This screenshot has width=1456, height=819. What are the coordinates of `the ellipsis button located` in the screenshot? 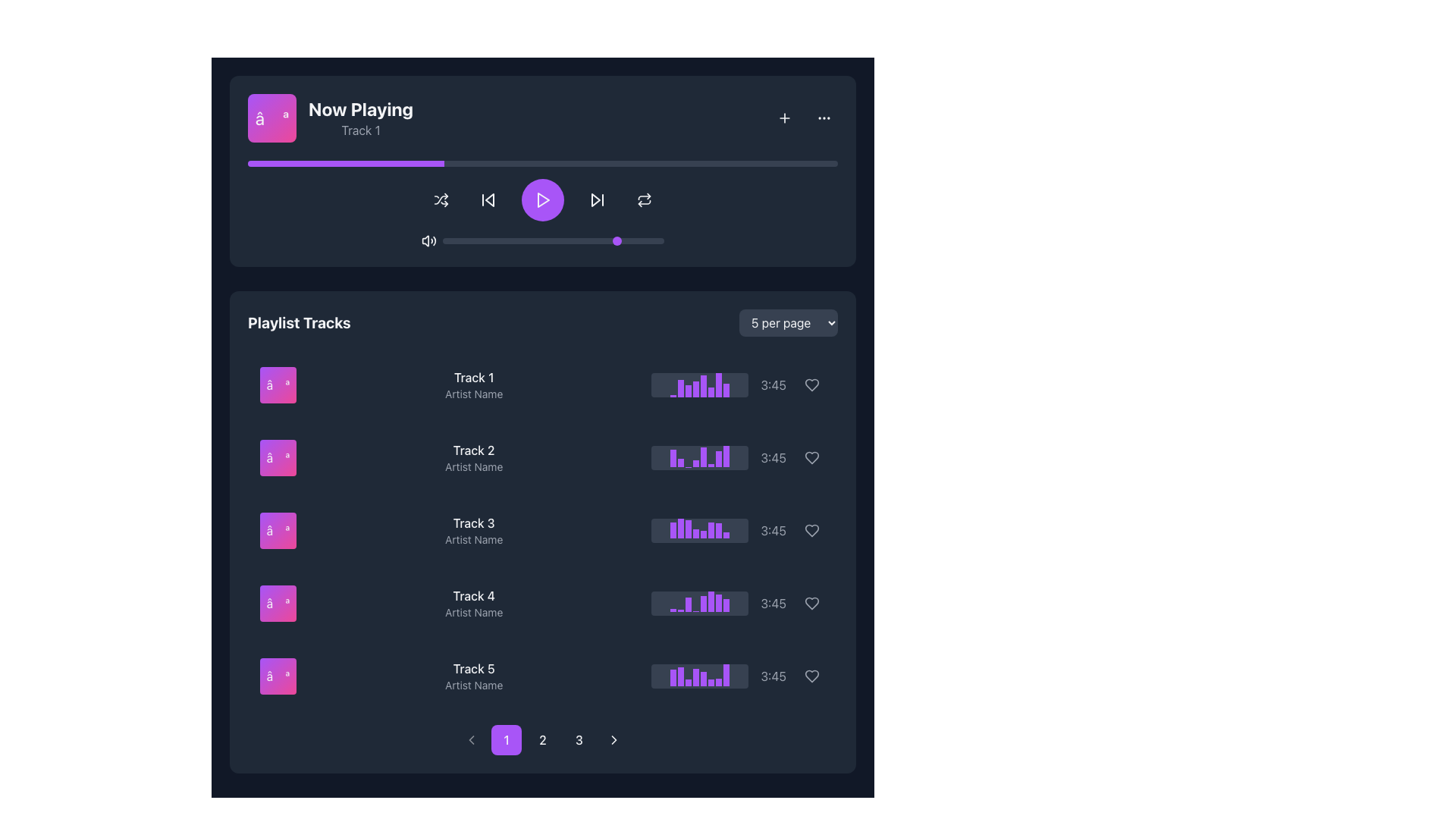 It's located at (823, 117).